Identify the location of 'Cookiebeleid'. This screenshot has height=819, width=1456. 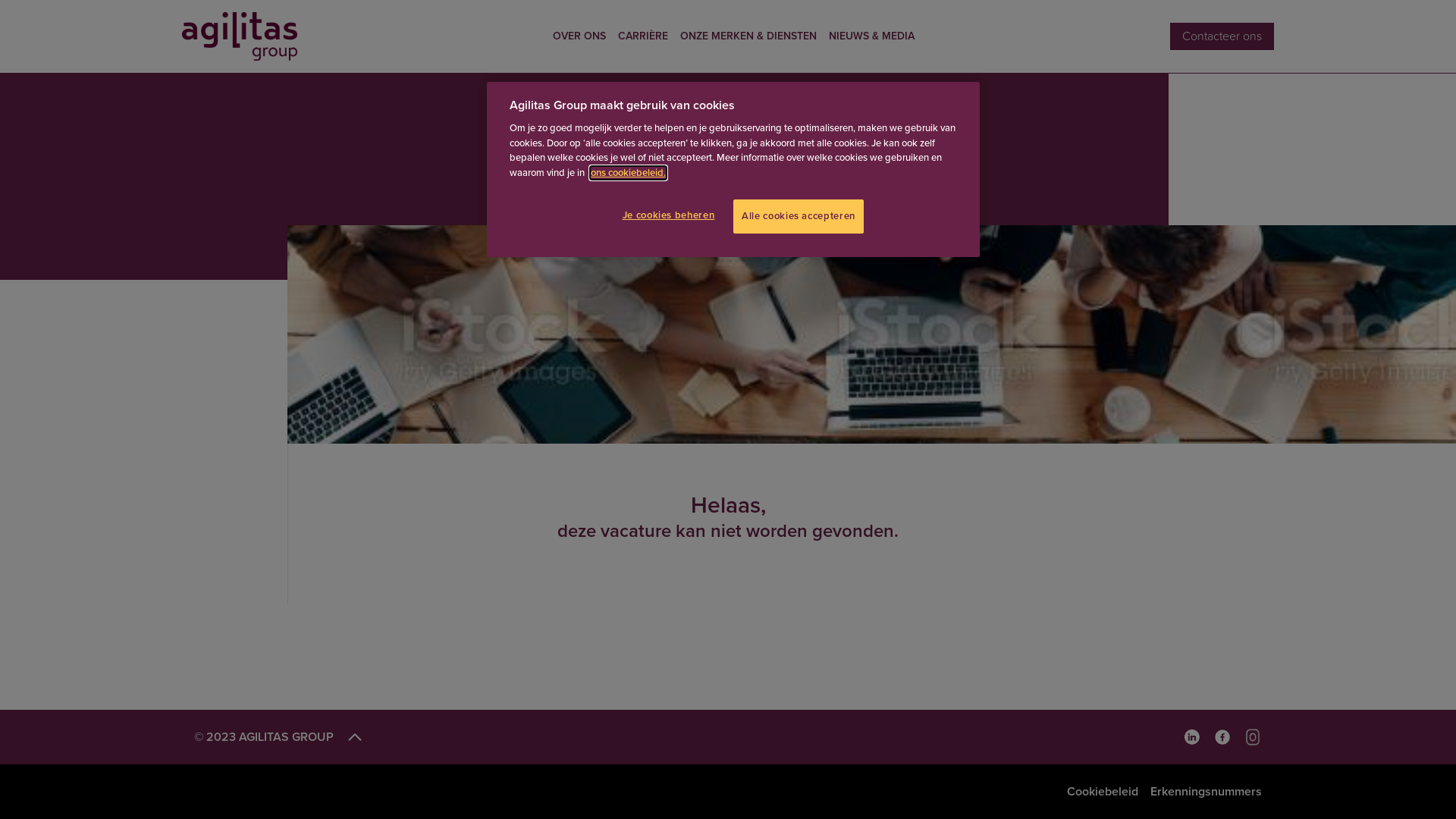
(1065, 791).